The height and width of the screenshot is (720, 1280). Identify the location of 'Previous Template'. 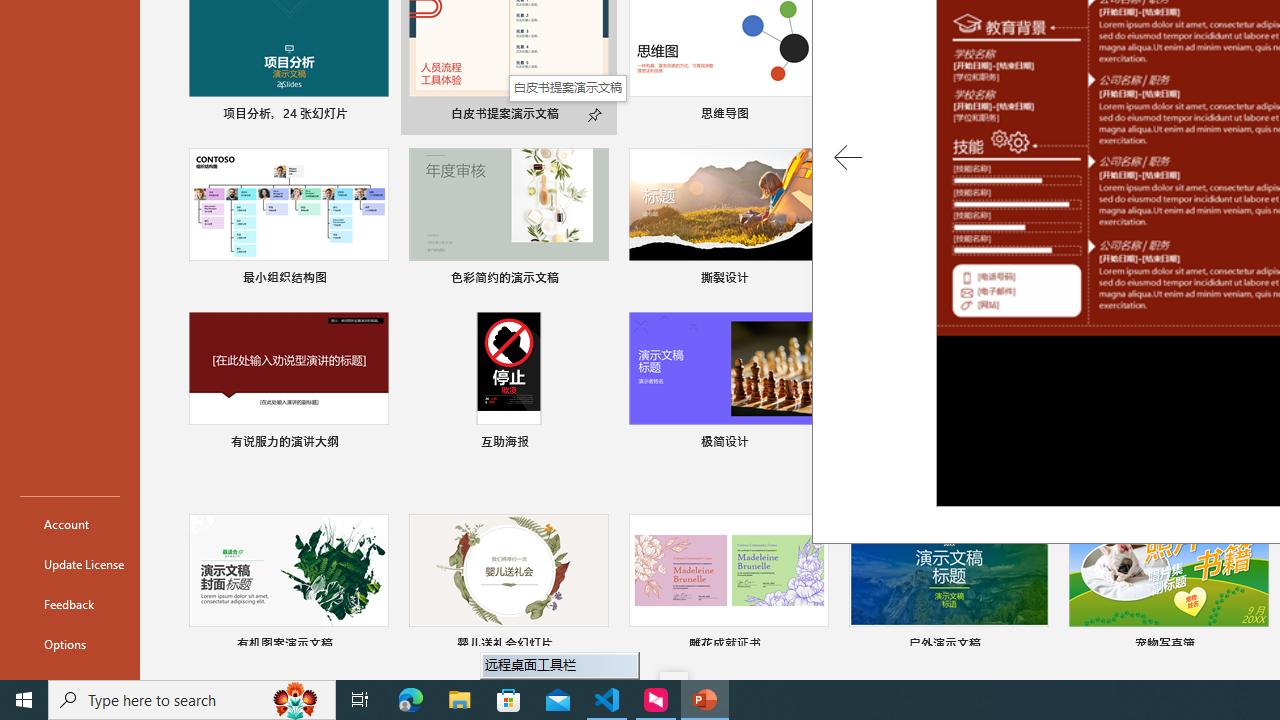
(848, 157).